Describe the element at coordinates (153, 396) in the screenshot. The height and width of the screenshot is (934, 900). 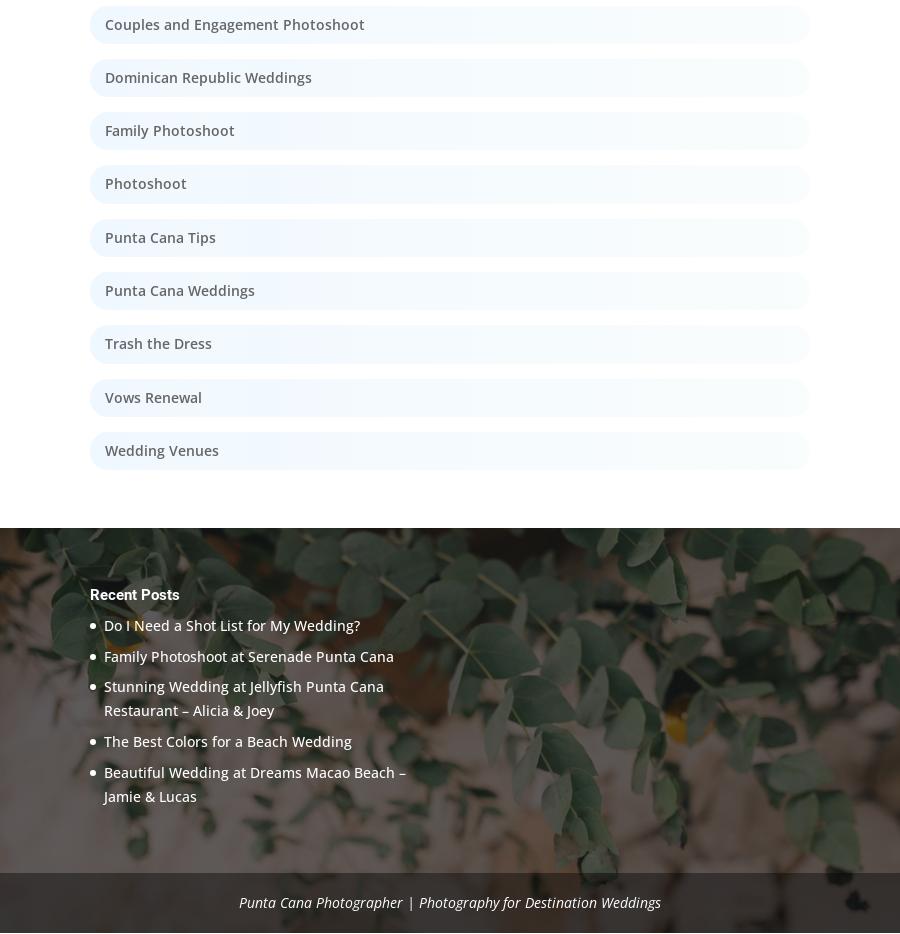
I see `'Vows Renewal'` at that location.